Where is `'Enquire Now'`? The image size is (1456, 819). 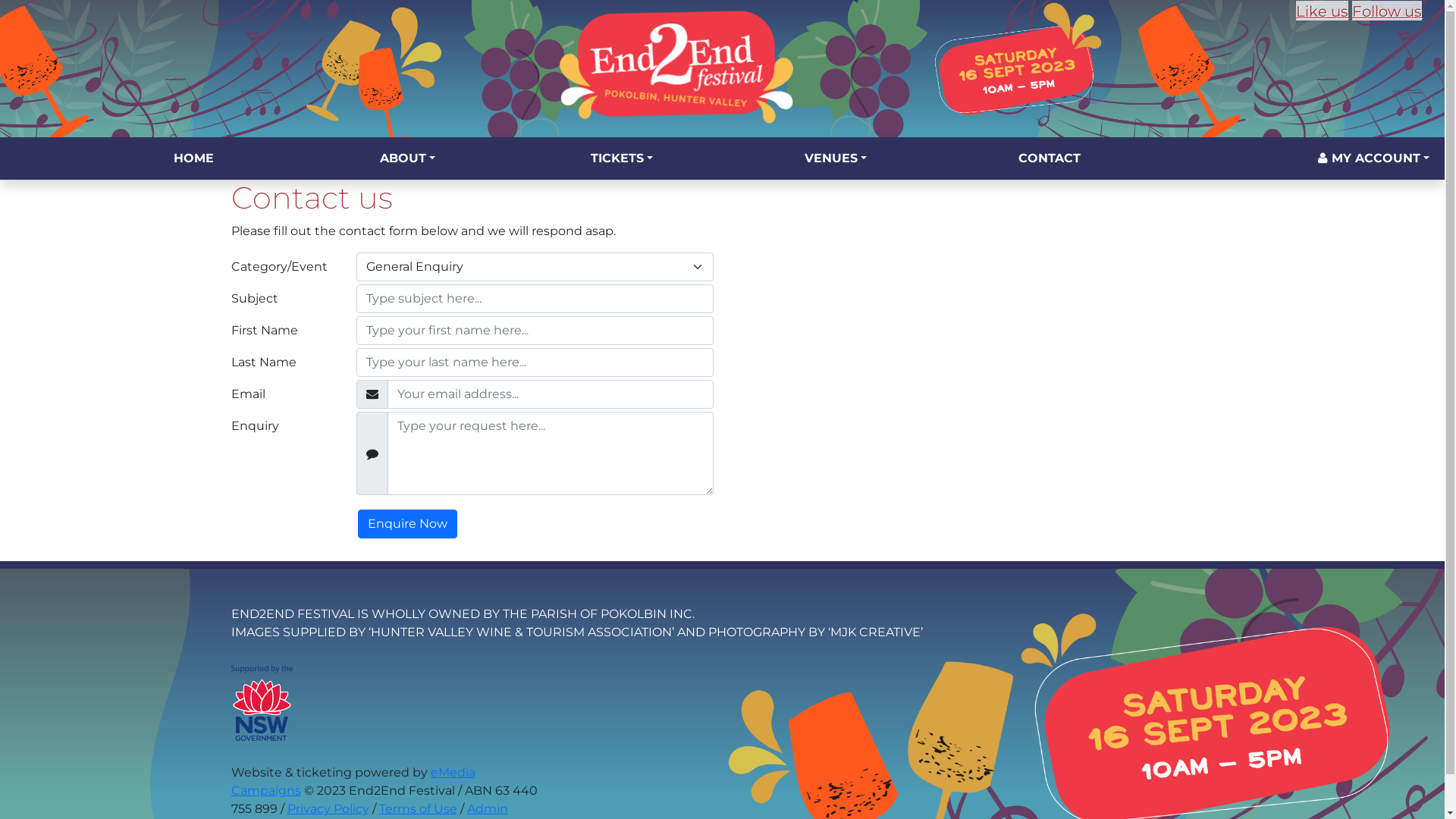
'Enquire Now' is located at coordinates (407, 522).